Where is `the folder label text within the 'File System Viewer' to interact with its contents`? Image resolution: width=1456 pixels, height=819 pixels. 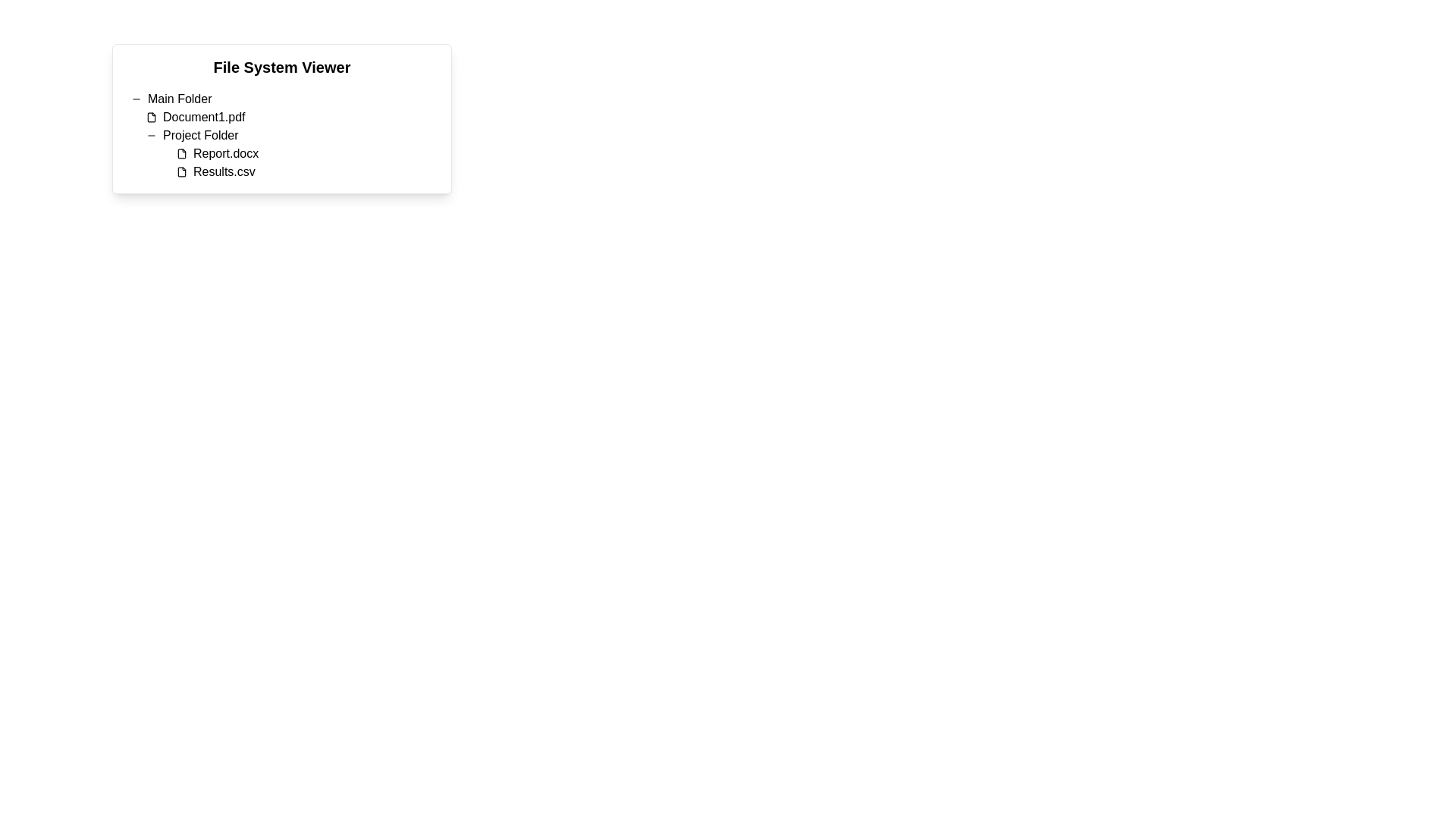 the folder label text within the 'File System Viewer' to interact with its contents is located at coordinates (179, 99).